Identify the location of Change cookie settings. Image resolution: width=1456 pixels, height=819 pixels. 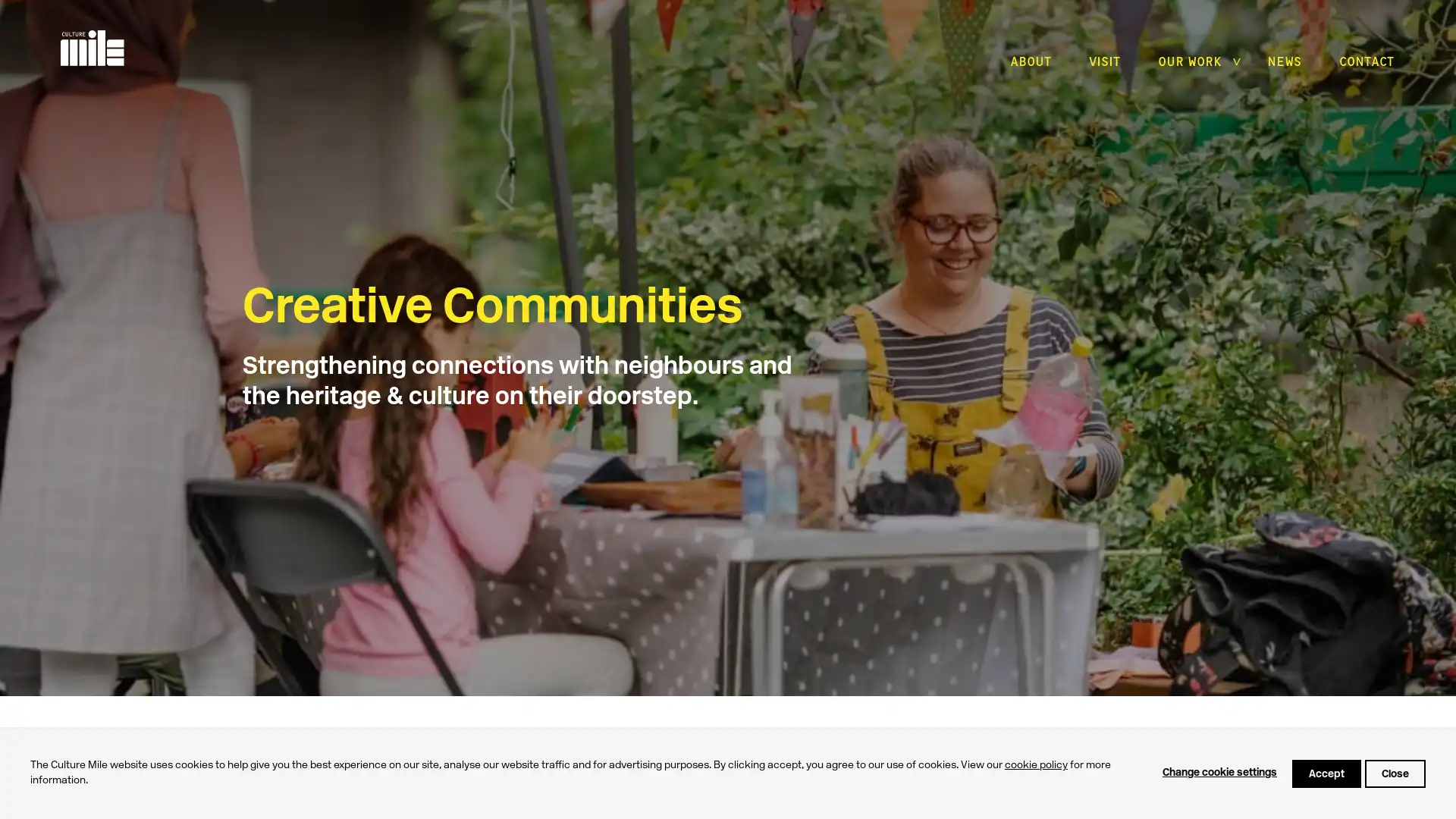
(1219, 773).